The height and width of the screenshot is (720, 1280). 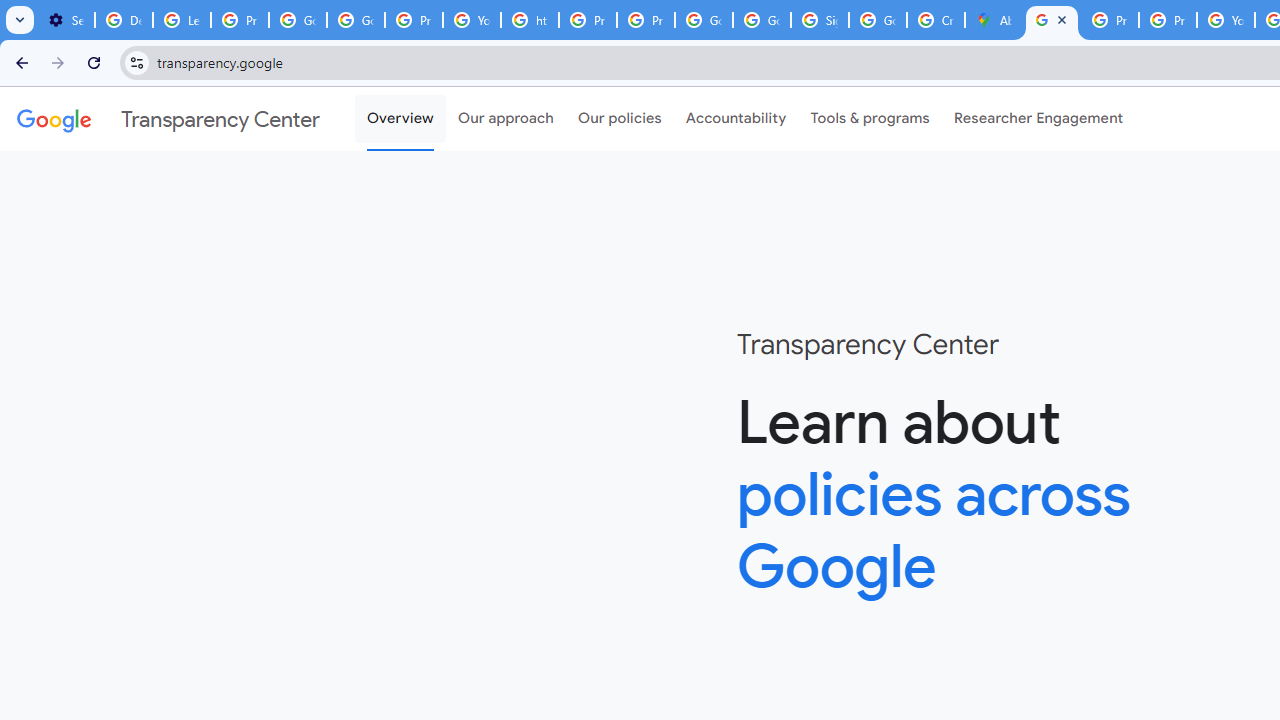 What do you see at coordinates (529, 20) in the screenshot?
I see `'https://scholar.google.com/'` at bounding box center [529, 20].